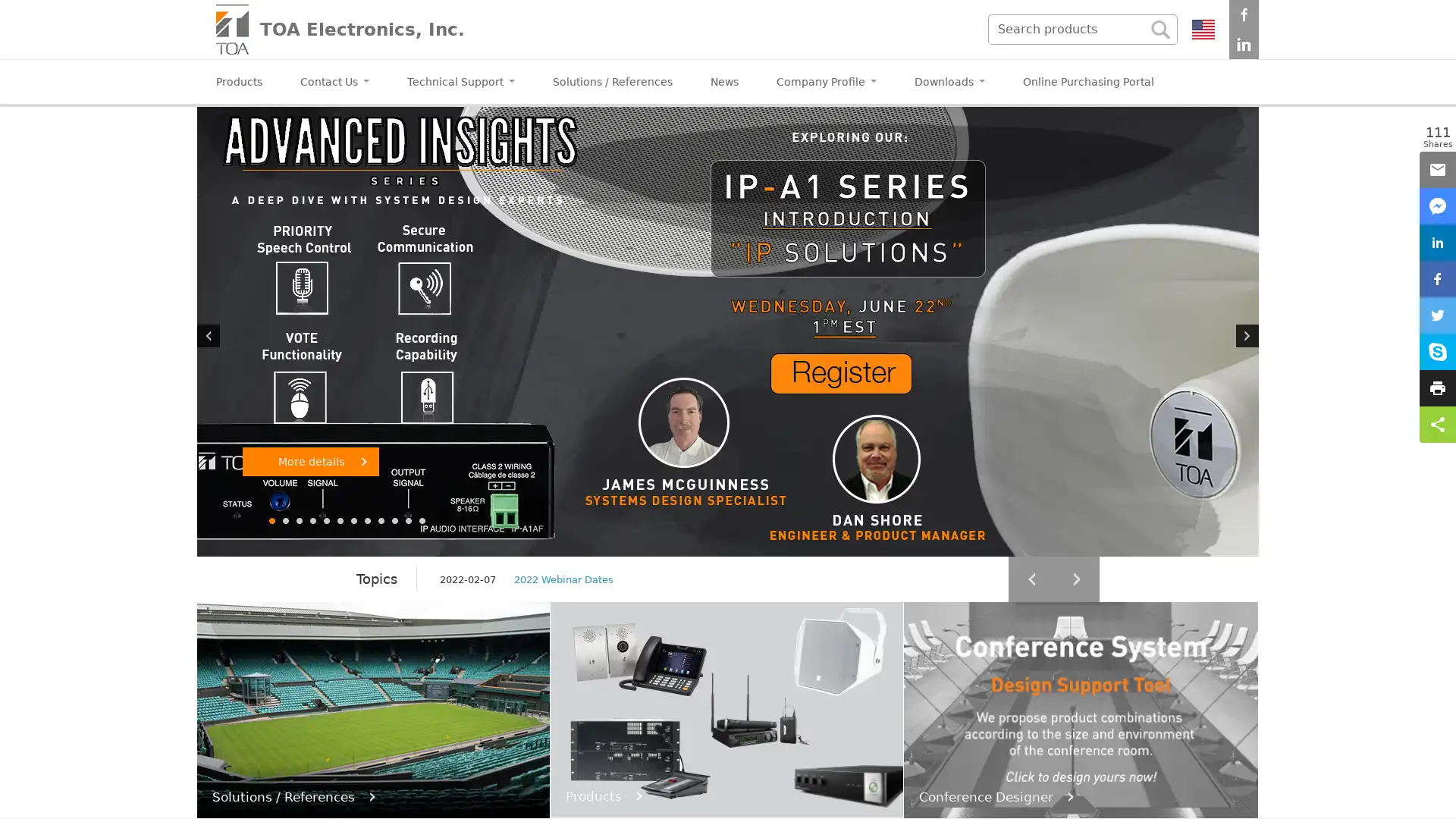 This screenshot has width=1456, height=819. Describe the element at coordinates (396, 519) in the screenshot. I see `10` at that location.